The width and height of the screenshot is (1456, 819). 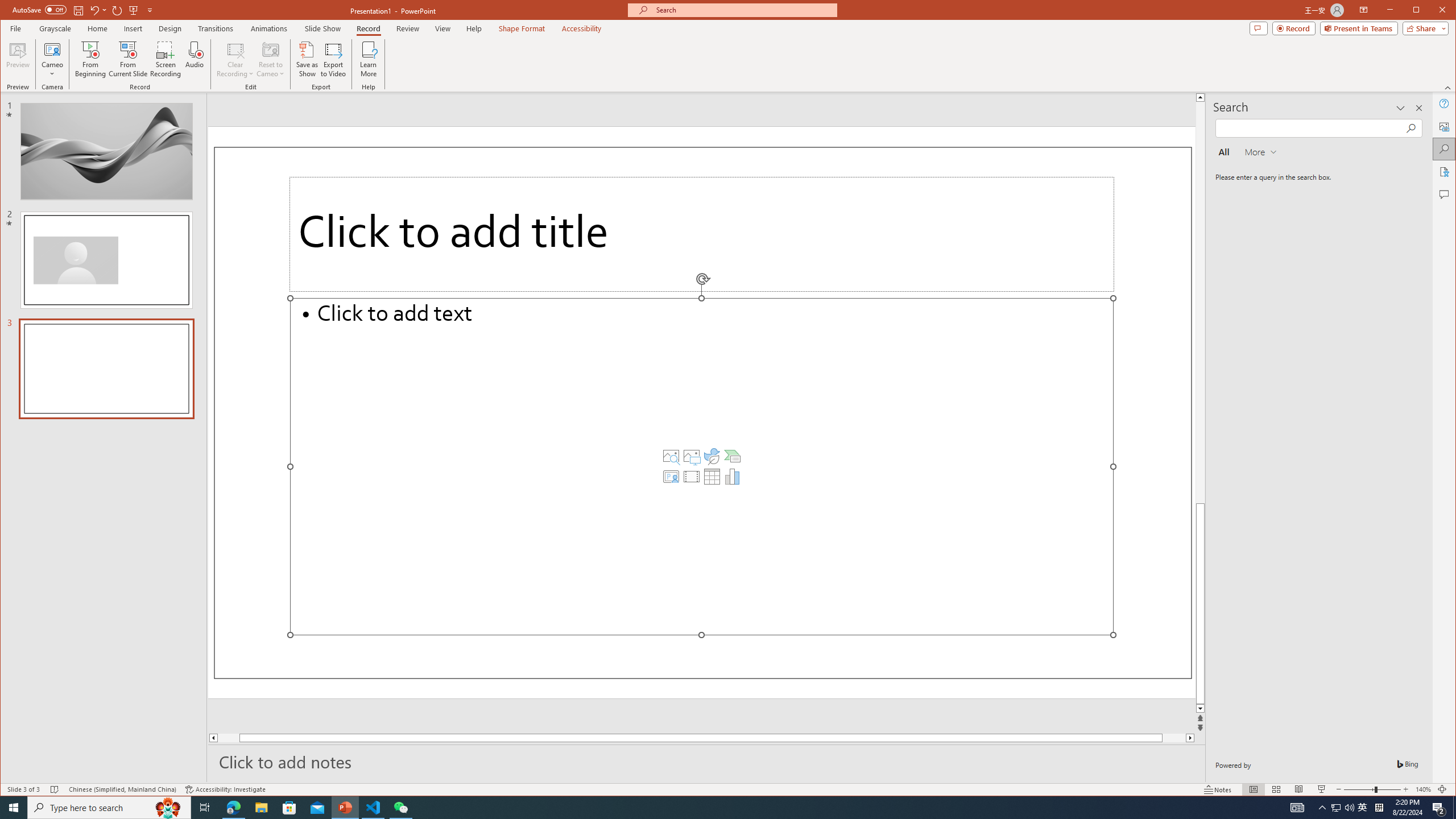 I want to click on 'Title TextBox', so click(x=701, y=233).